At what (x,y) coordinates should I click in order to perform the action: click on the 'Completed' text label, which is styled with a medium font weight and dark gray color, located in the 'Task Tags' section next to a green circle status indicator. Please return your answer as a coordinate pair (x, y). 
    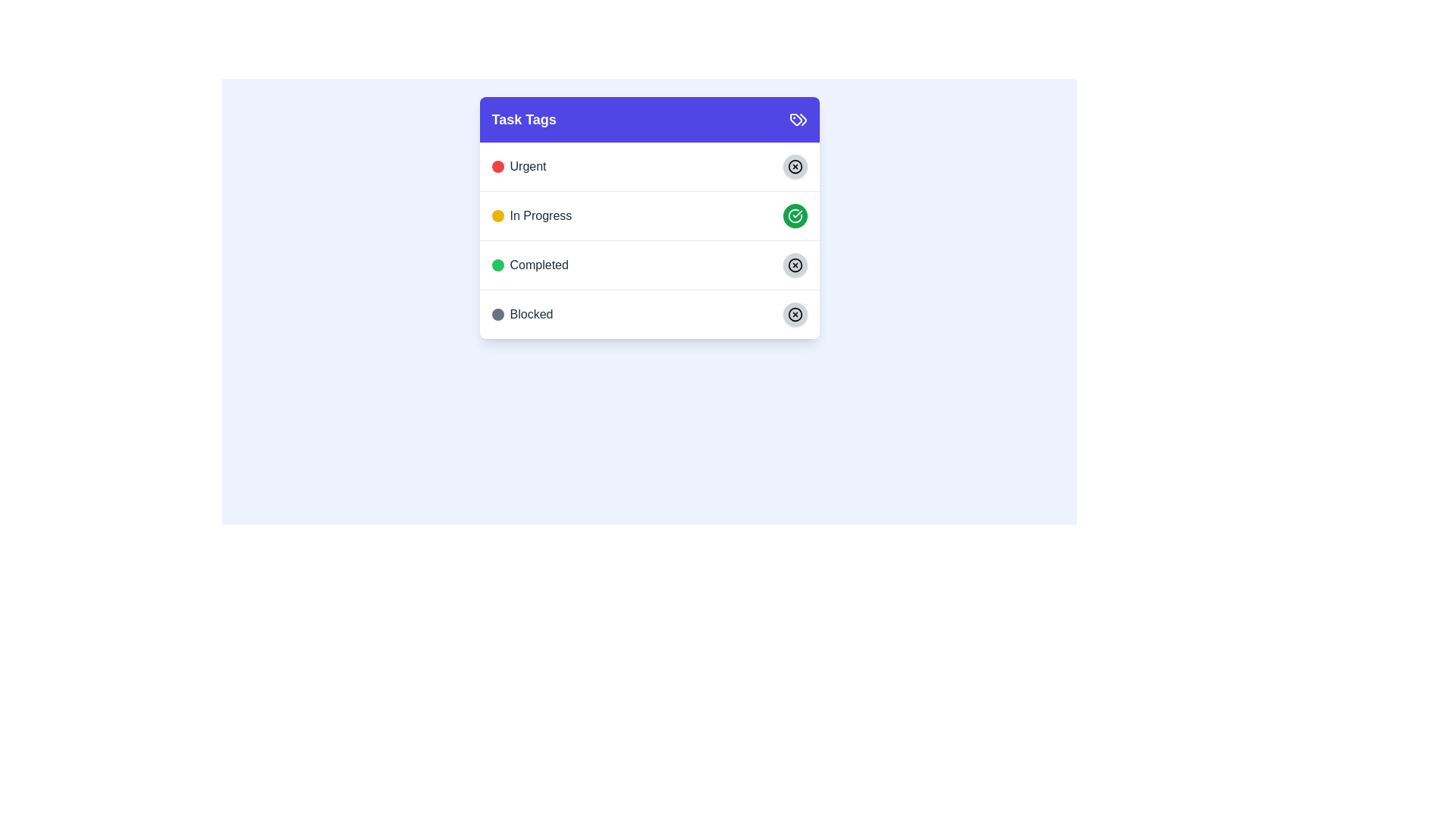
    Looking at the image, I should click on (539, 265).